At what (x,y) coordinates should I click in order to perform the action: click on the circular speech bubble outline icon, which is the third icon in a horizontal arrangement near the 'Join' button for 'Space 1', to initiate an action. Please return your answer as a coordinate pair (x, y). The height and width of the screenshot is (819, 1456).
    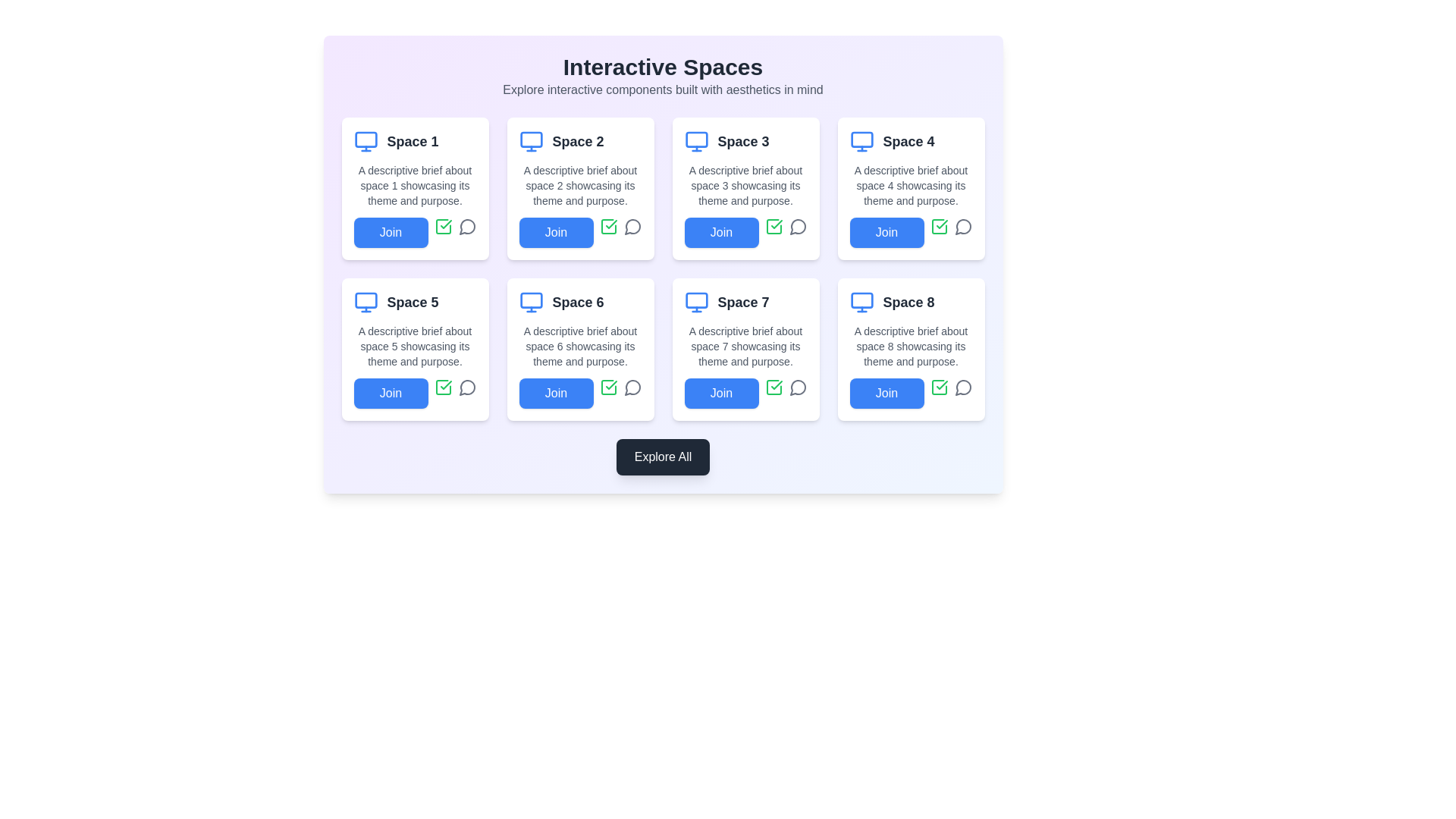
    Looking at the image, I should click on (466, 227).